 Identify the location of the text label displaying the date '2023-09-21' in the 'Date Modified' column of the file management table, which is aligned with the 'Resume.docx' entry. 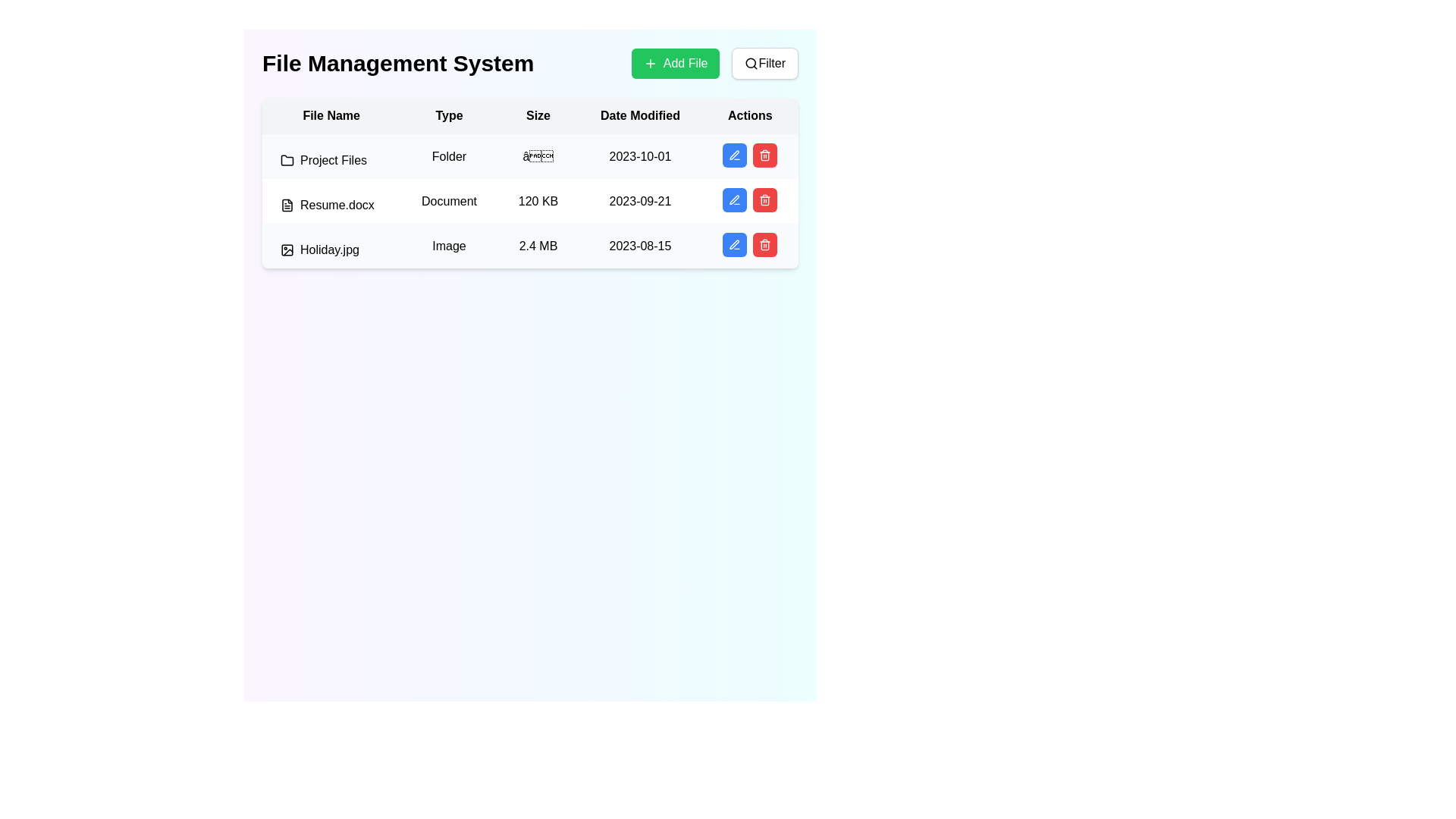
(640, 200).